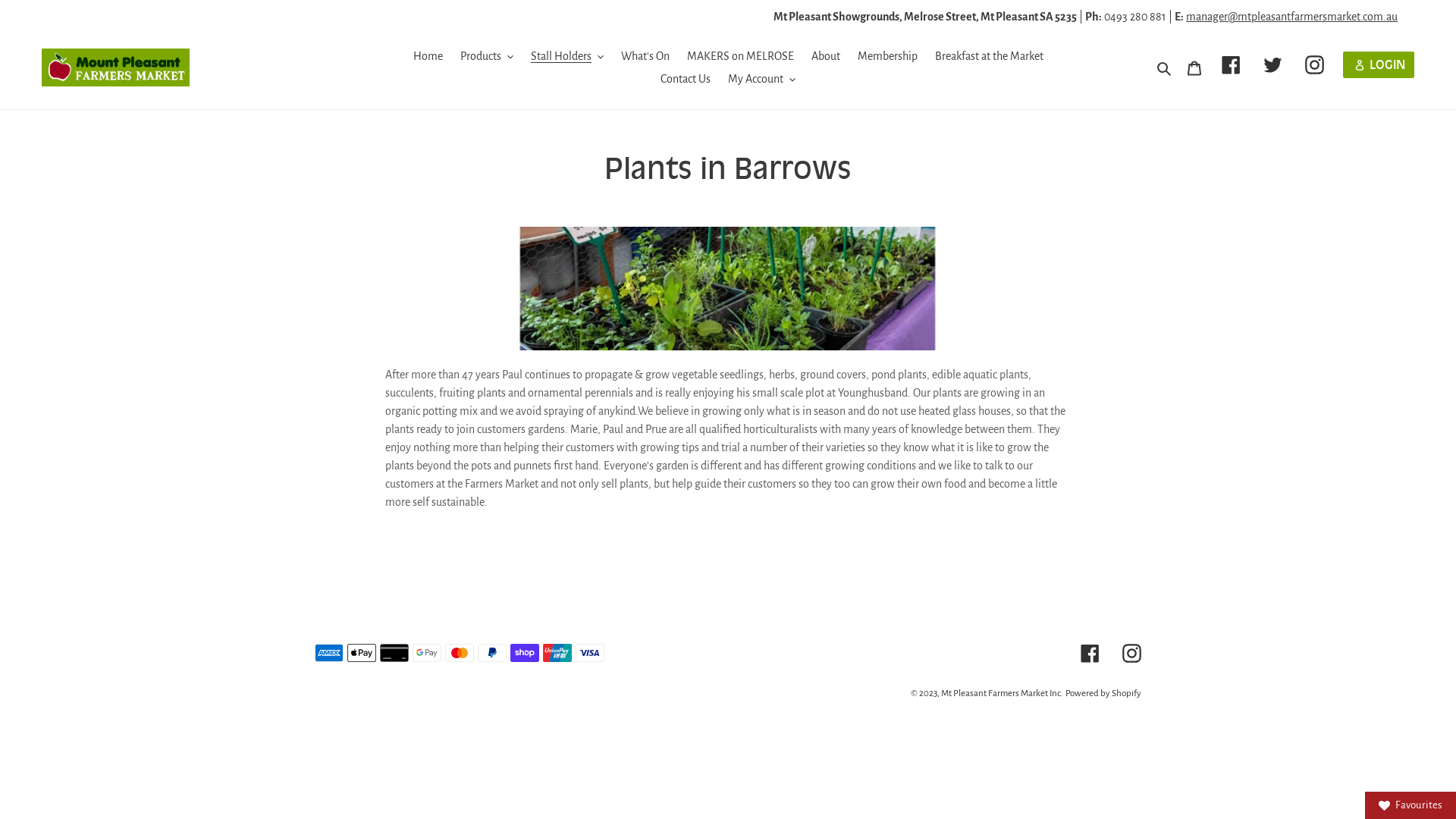  What do you see at coordinates (1103, 693) in the screenshot?
I see `'Powered by Shopify'` at bounding box center [1103, 693].